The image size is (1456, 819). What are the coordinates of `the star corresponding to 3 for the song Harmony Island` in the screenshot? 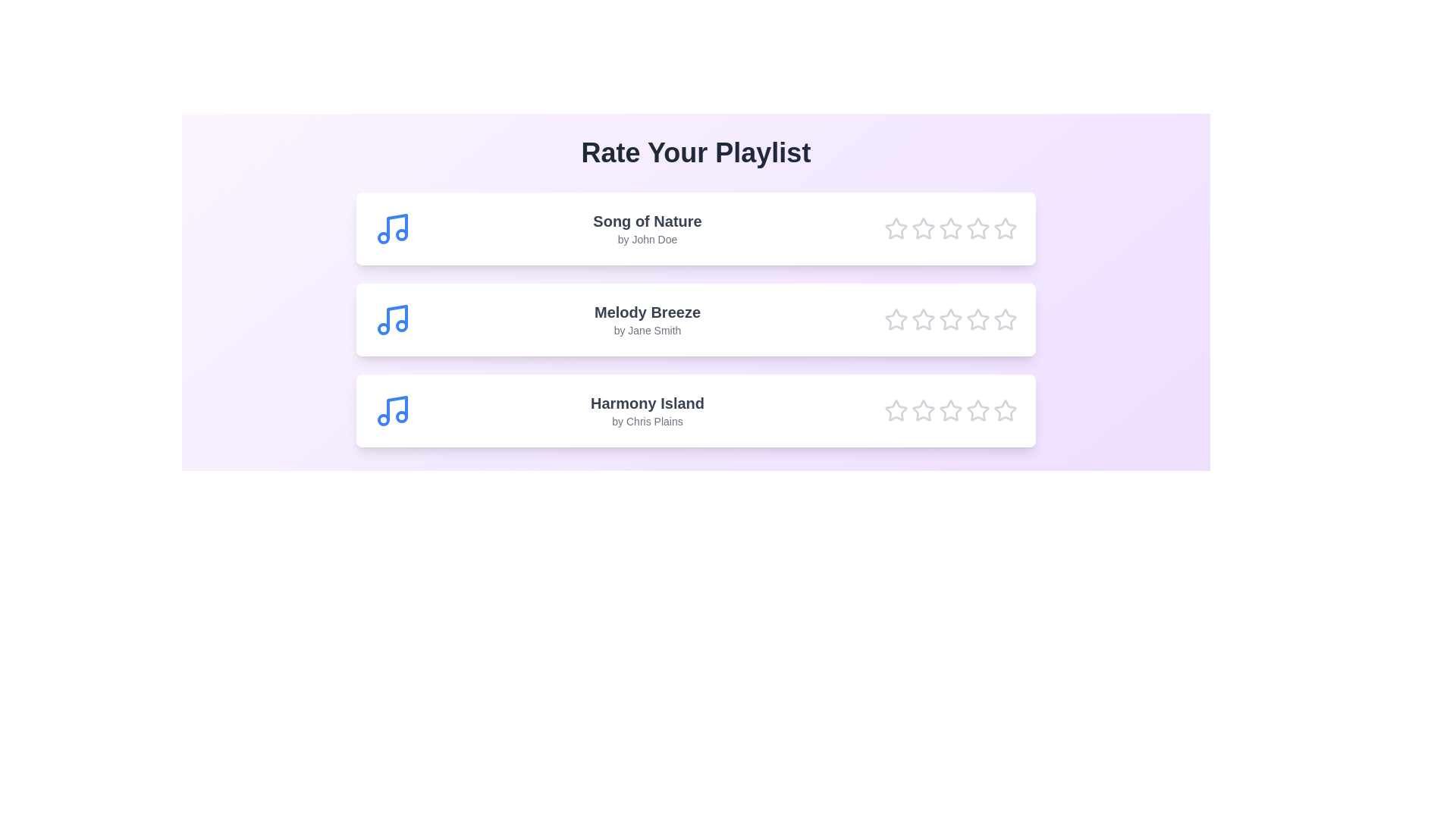 It's located at (949, 411).